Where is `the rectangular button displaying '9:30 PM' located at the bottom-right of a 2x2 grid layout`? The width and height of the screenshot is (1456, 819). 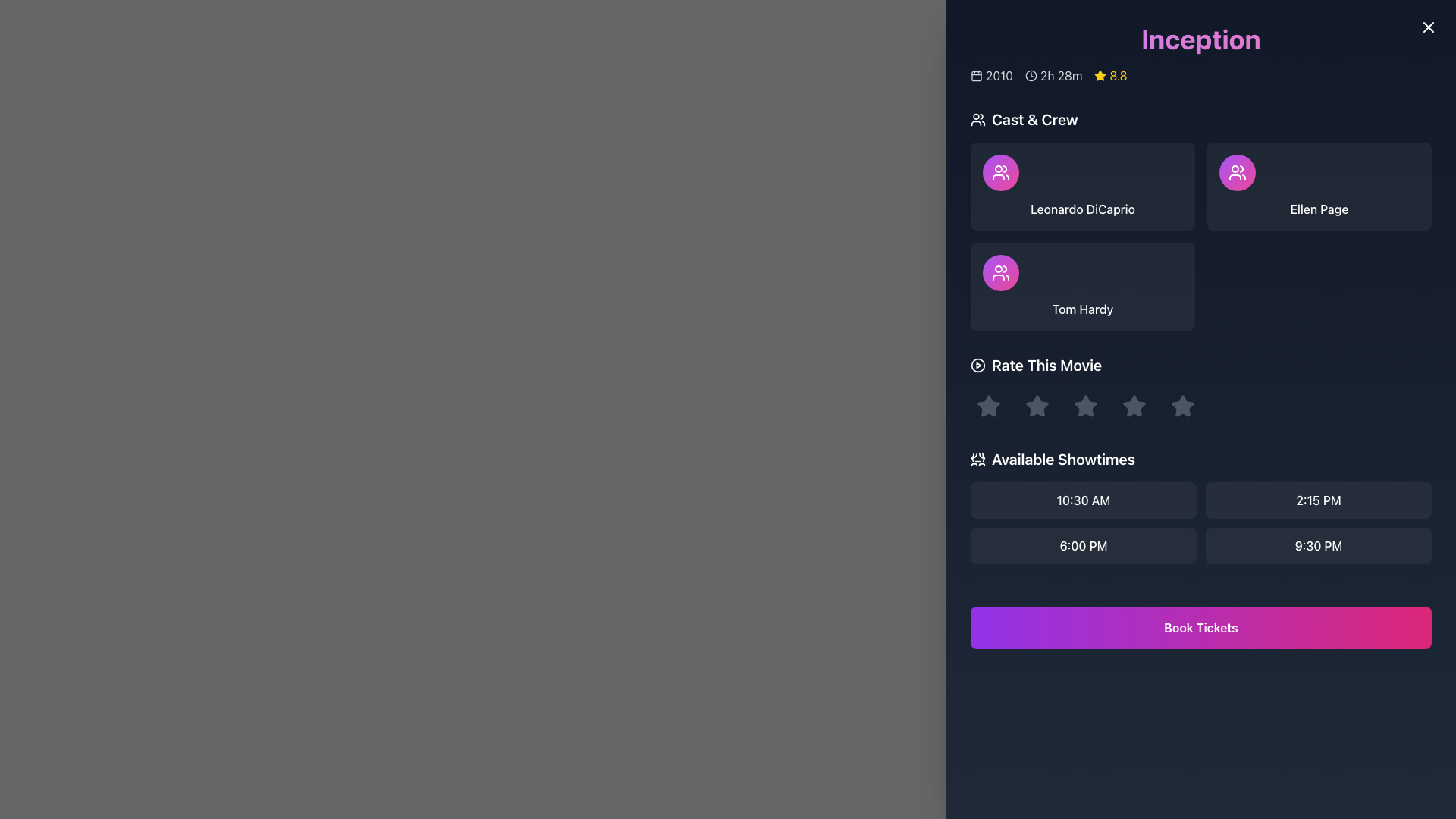 the rectangular button displaying '9:30 PM' located at the bottom-right of a 2x2 grid layout is located at coordinates (1317, 546).